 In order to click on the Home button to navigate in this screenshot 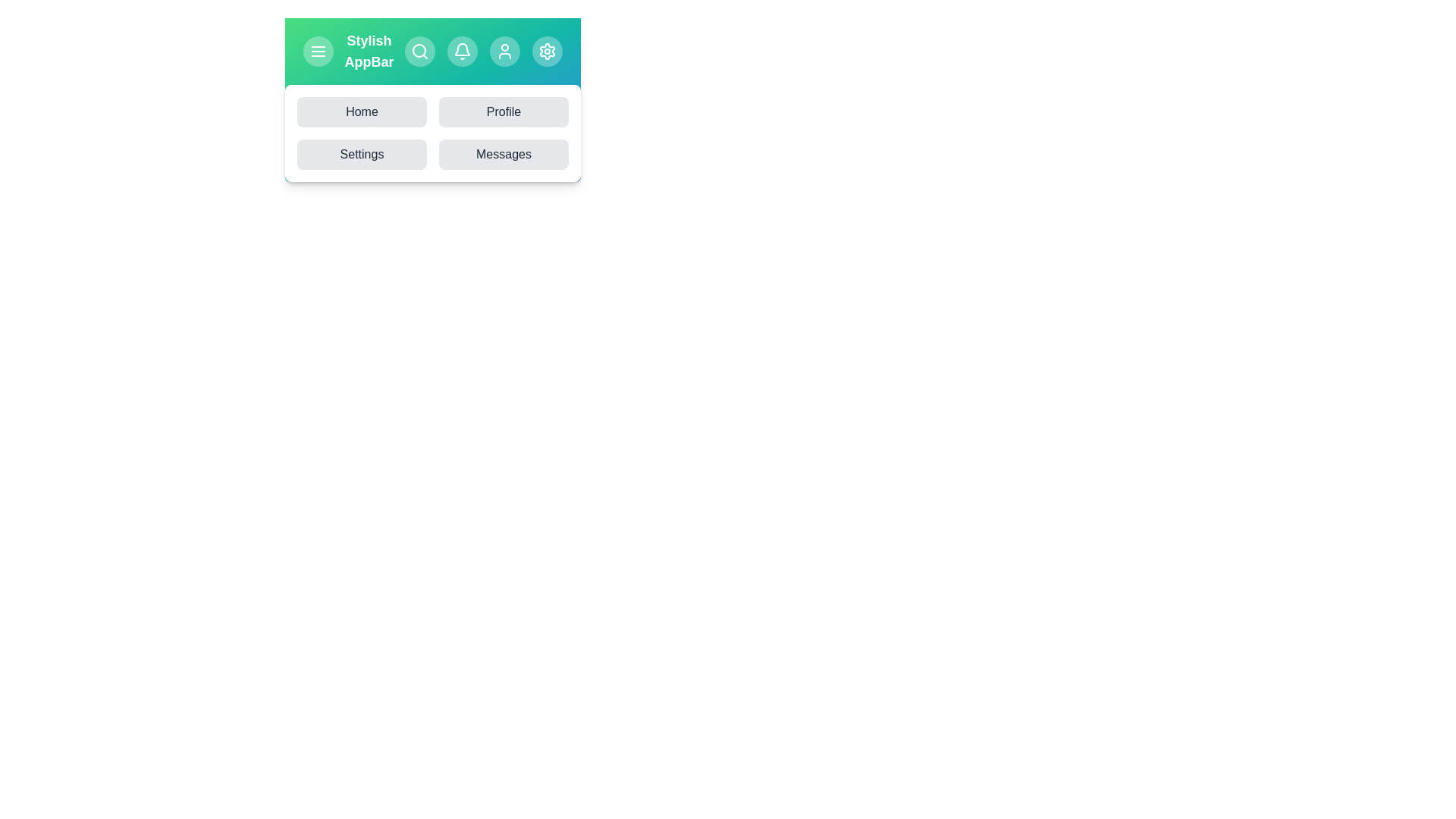, I will do `click(361, 111)`.